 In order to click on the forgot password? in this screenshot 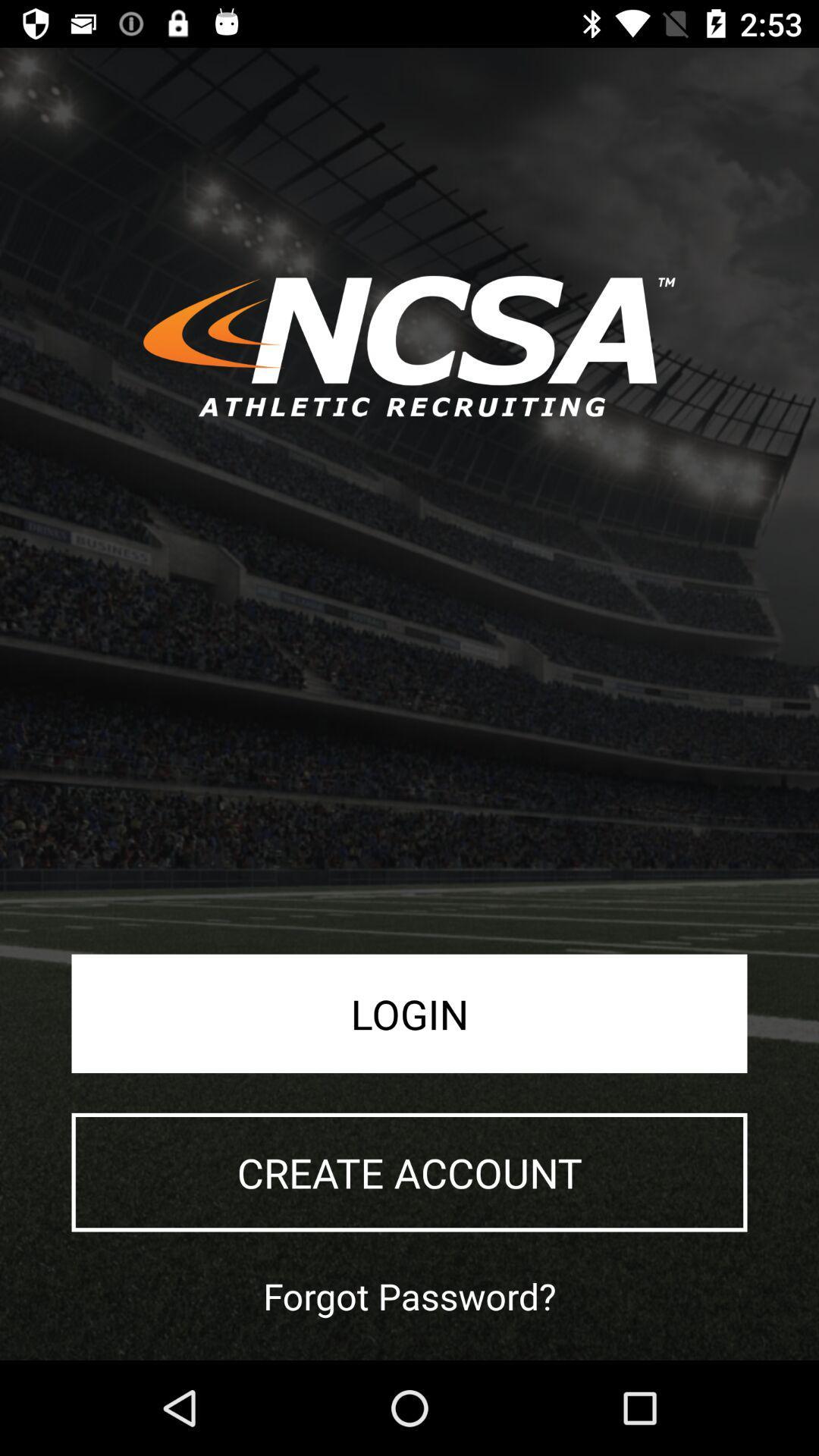, I will do `click(409, 1295)`.